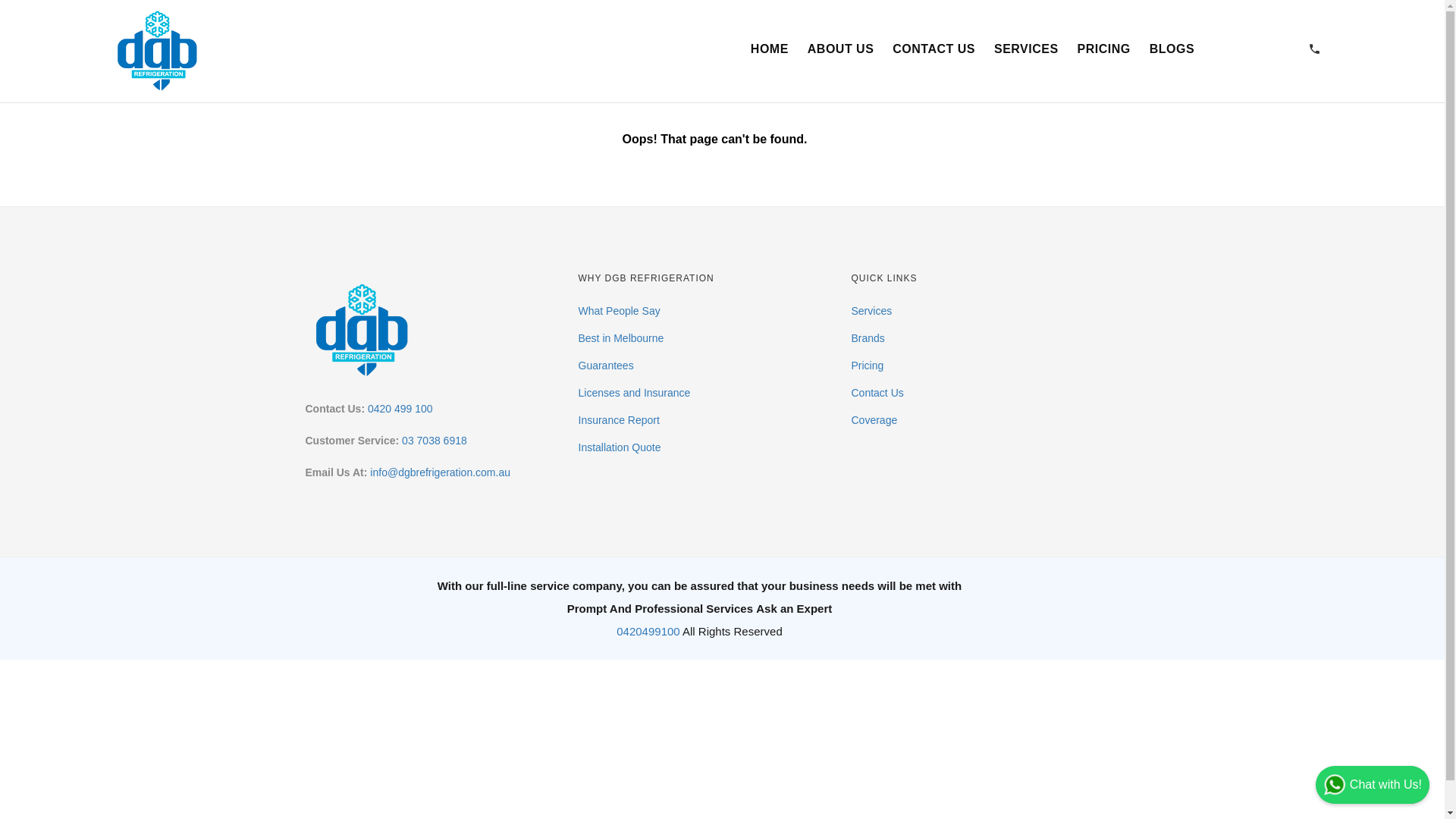 This screenshot has height=819, width=1456. Describe the element at coordinates (370, 472) in the screenshot. I see `'info@dgbrefrigeration.com.au'` at that location.